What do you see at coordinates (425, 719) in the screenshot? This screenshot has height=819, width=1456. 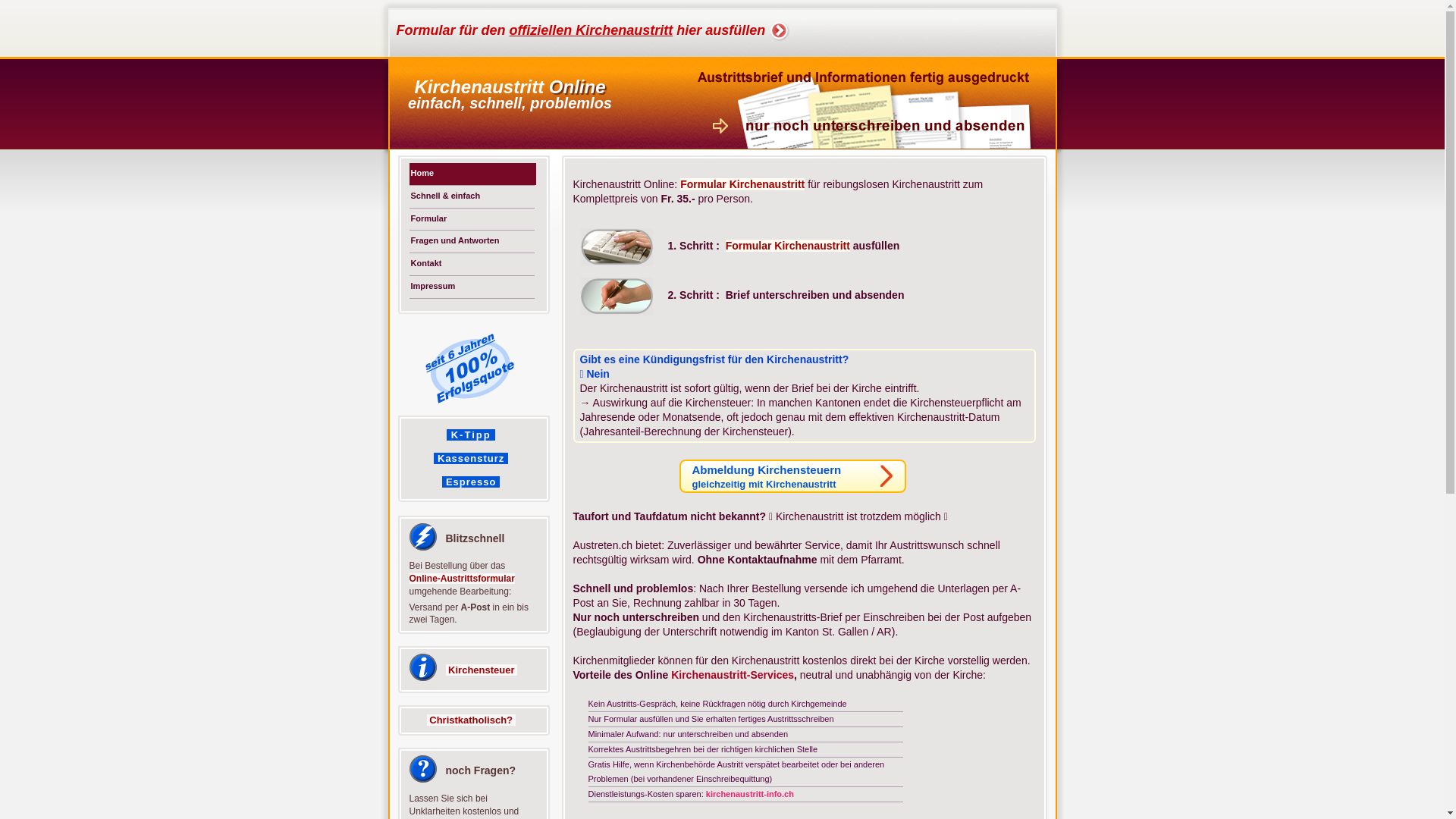 I see `' Christkatholisch? '` at bounding box center [425, 719].